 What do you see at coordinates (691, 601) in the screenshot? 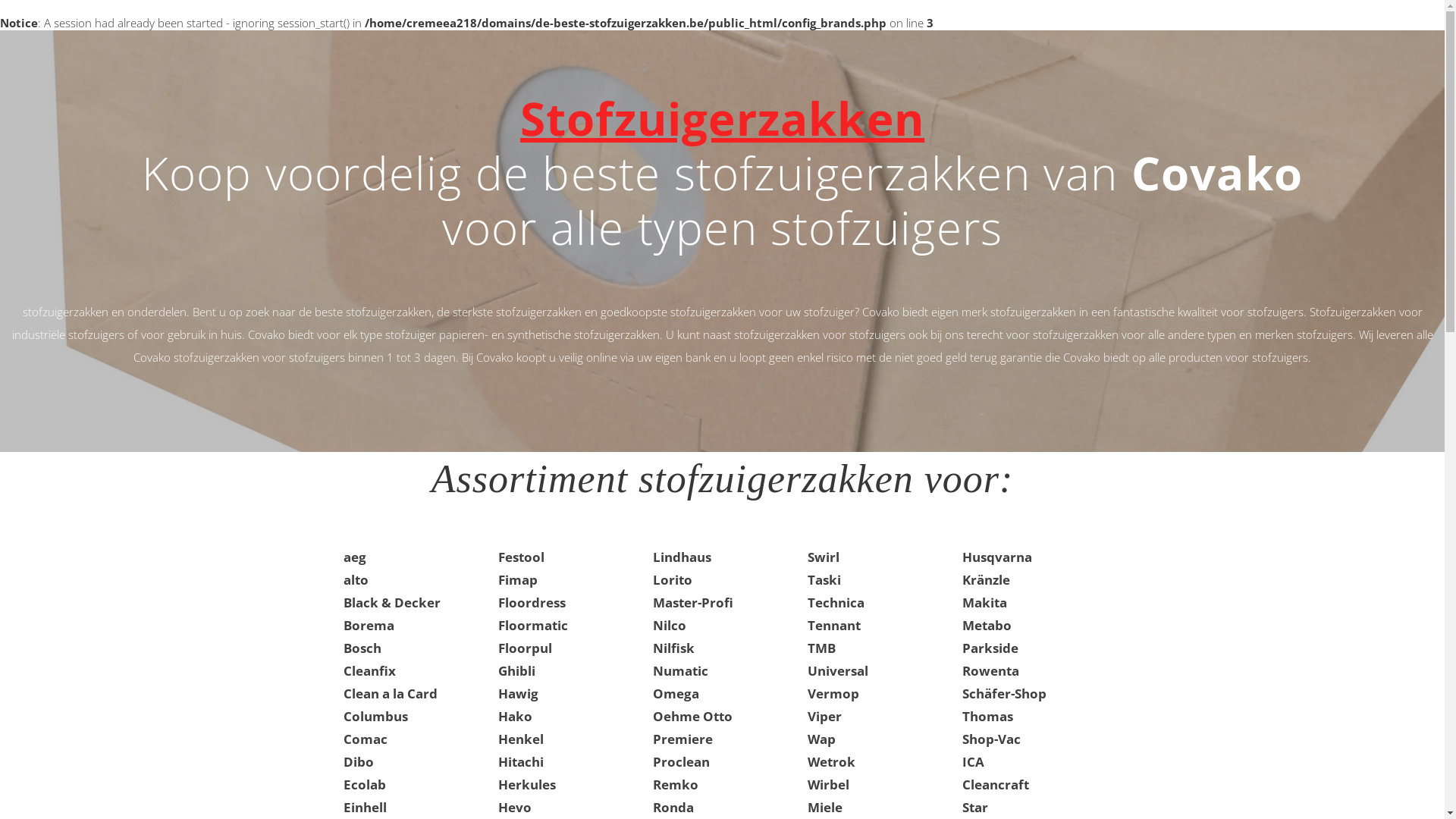
I see `'Master-Profi'` at bounding box center [691, 601].